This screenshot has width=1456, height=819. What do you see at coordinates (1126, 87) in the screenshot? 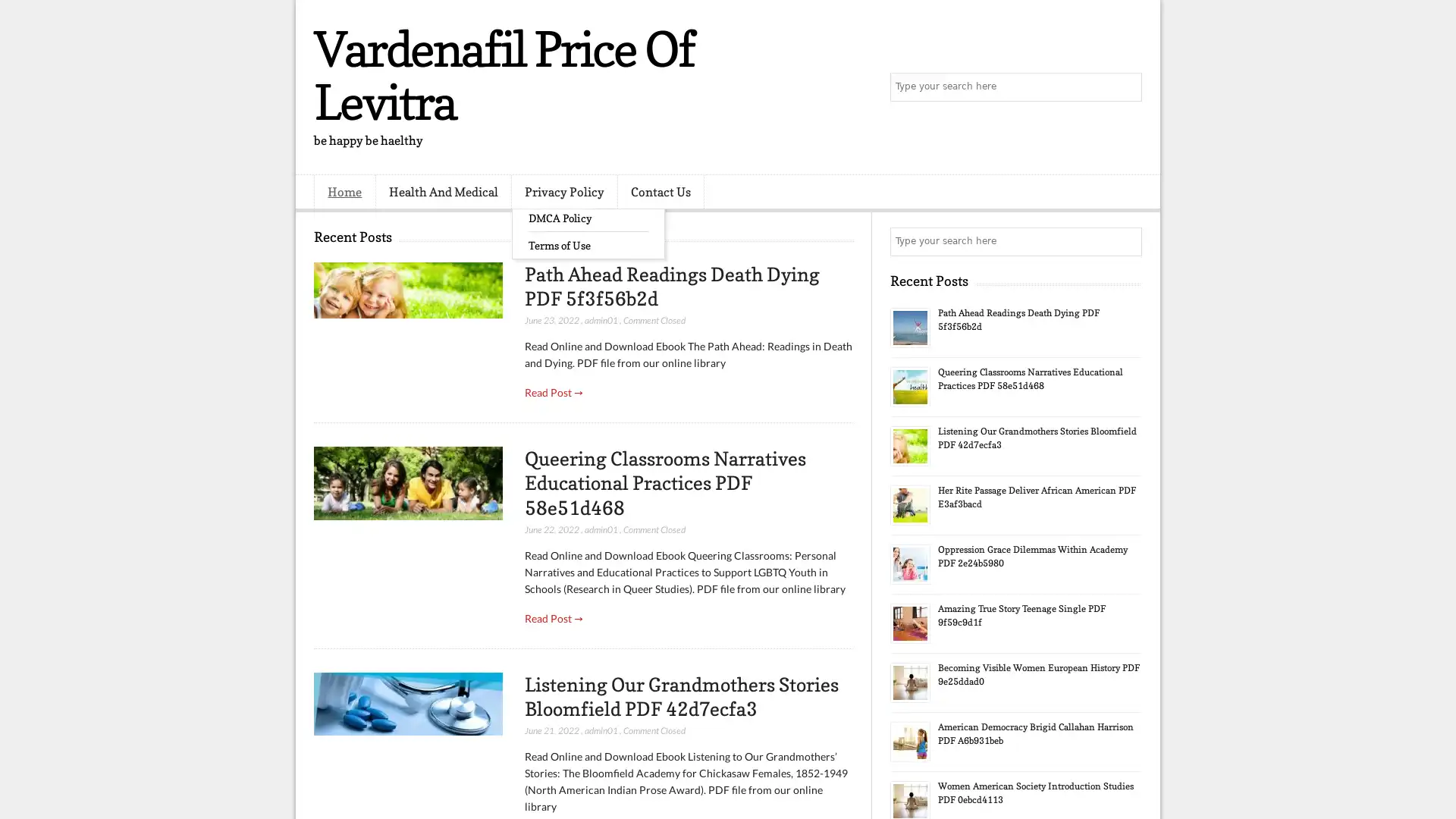
I see `Search` at bounding box center [1126, 87].